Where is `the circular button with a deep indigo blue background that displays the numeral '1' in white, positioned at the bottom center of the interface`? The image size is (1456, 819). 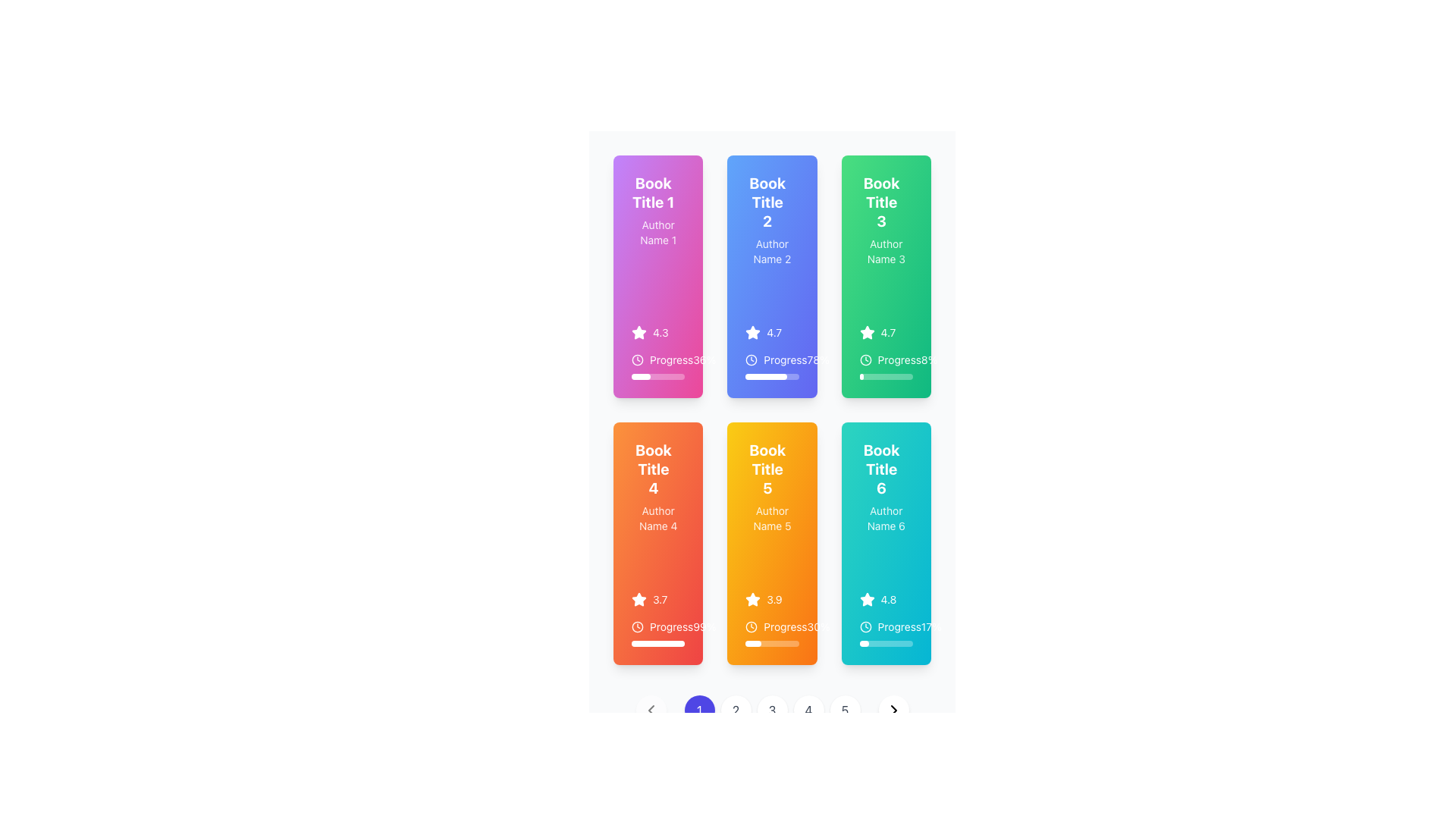
the circular button with a deep indigo blue background that displays the numeral '1' in white, positioned at the bottom center of the interface is located at coordinates (698, 711).